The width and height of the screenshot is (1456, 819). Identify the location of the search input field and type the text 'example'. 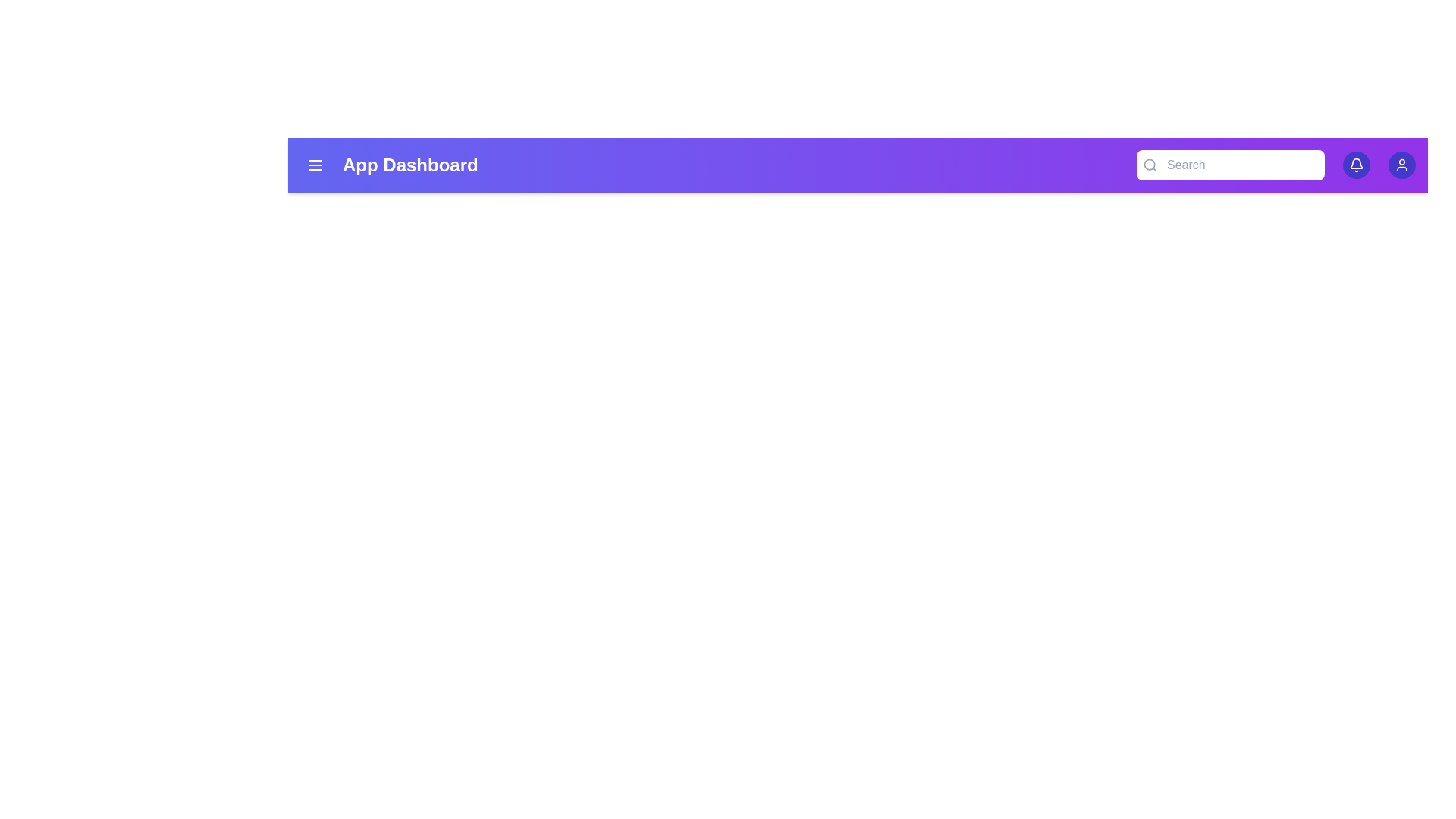
(1230, 165).